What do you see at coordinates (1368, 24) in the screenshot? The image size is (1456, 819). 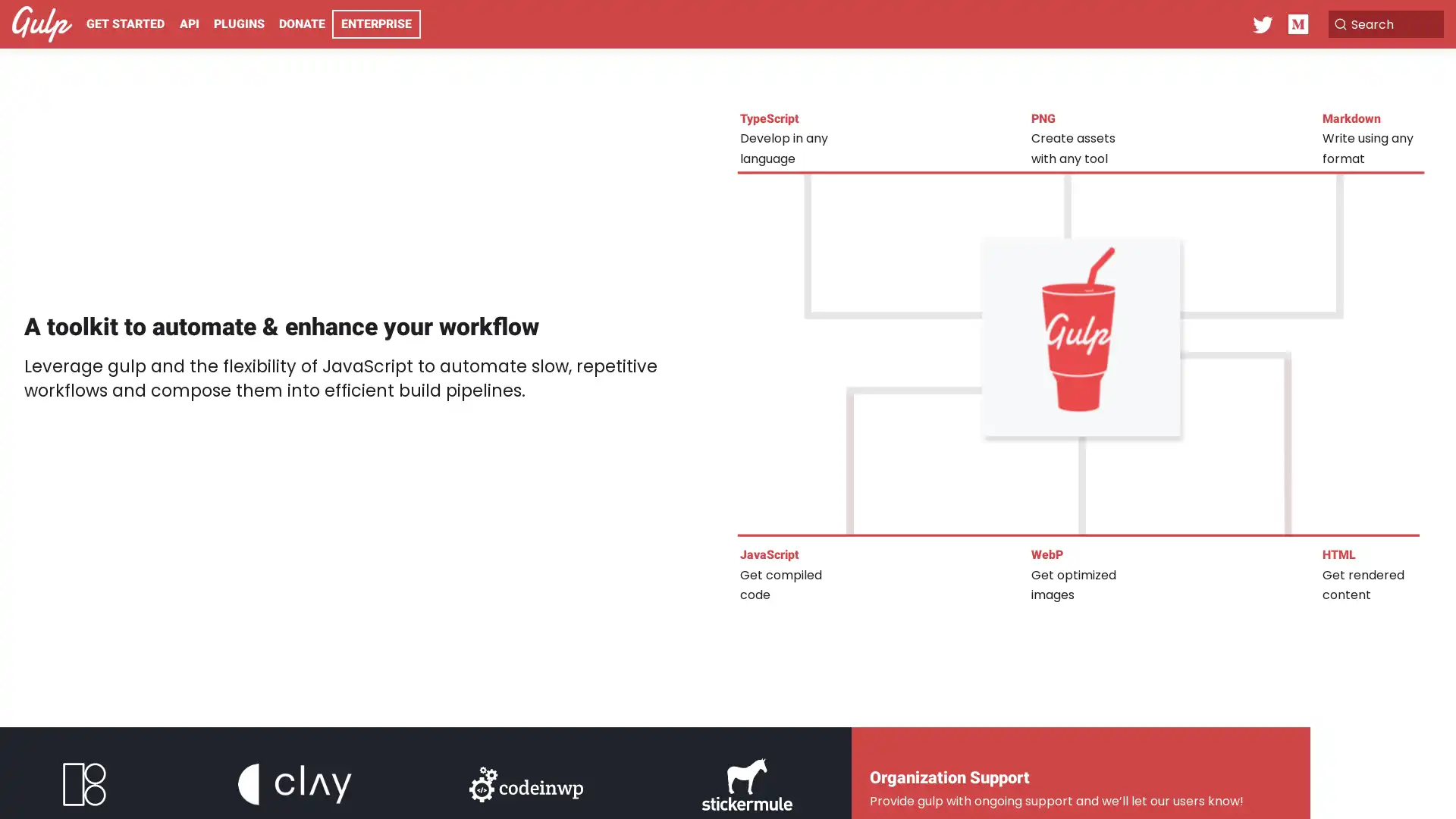 I see `Search` at bounding box center [1368, 24].